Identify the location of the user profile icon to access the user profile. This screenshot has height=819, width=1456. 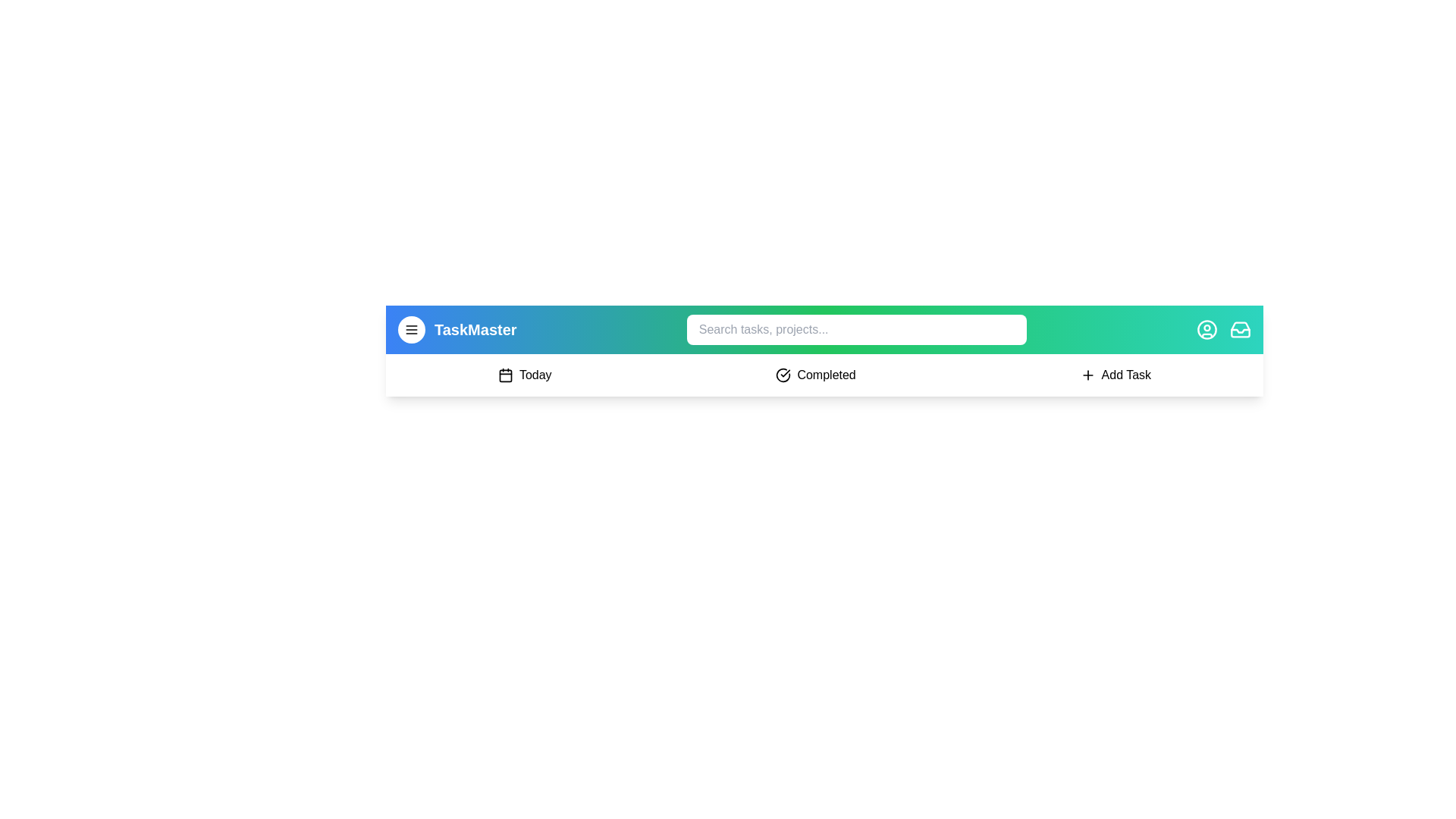
(1207, 329).